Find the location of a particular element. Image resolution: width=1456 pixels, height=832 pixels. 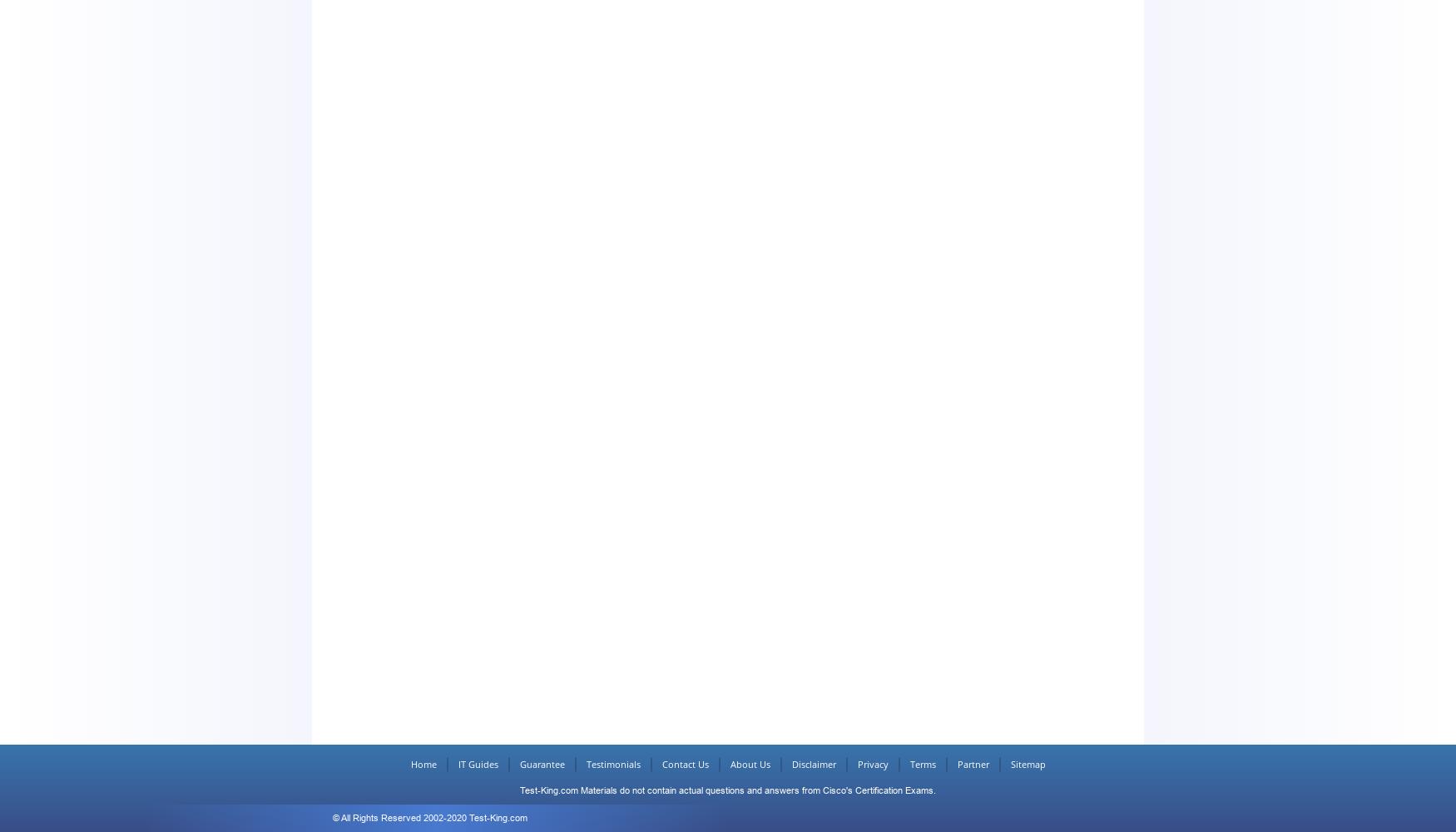

'IT Guides' is located at coordinates (457, 764).